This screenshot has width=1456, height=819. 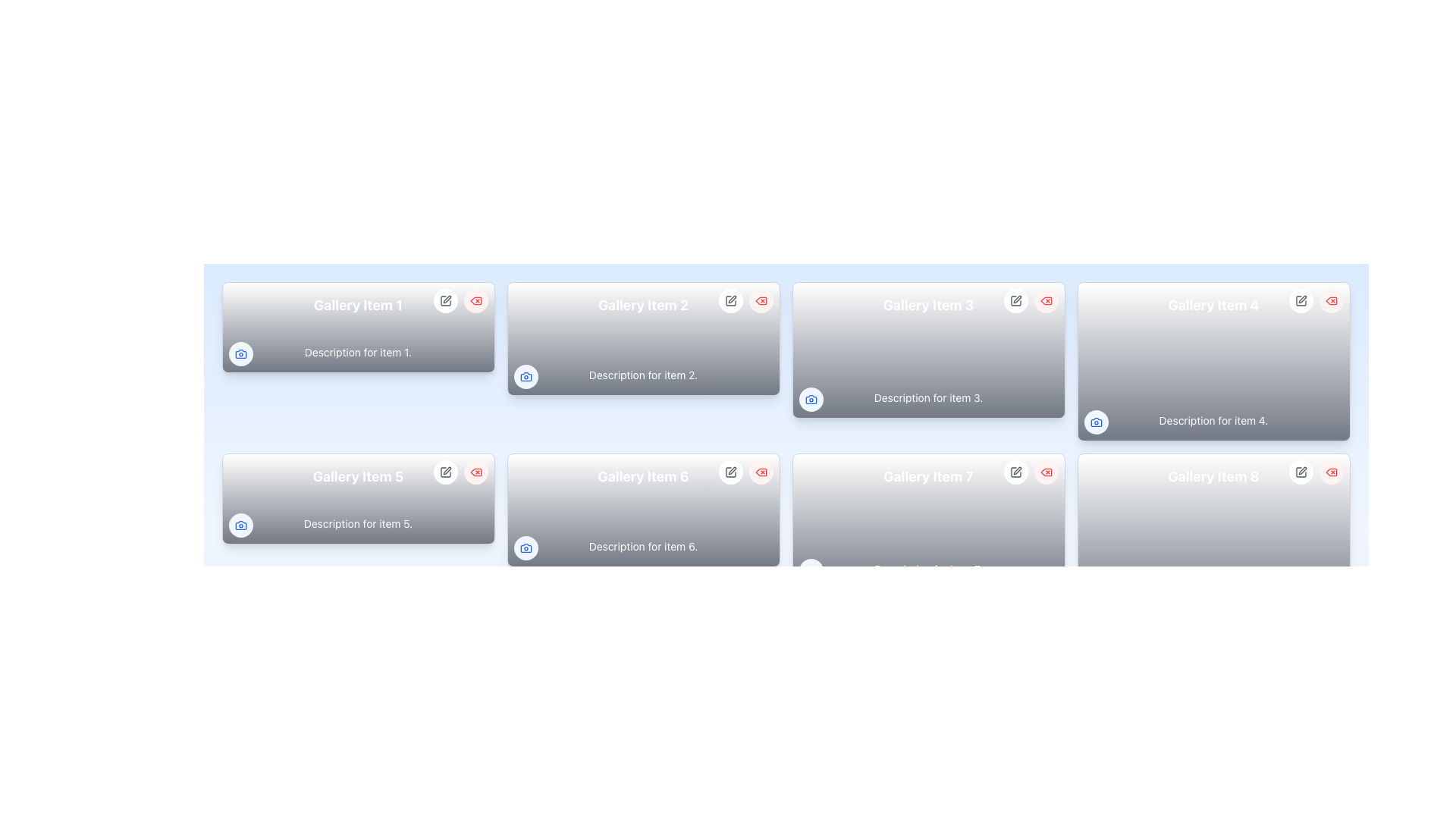 What do you see at coordinates (240, 525) in the screenshot?
I see `the camera icon` at bounding box center [240, 525].